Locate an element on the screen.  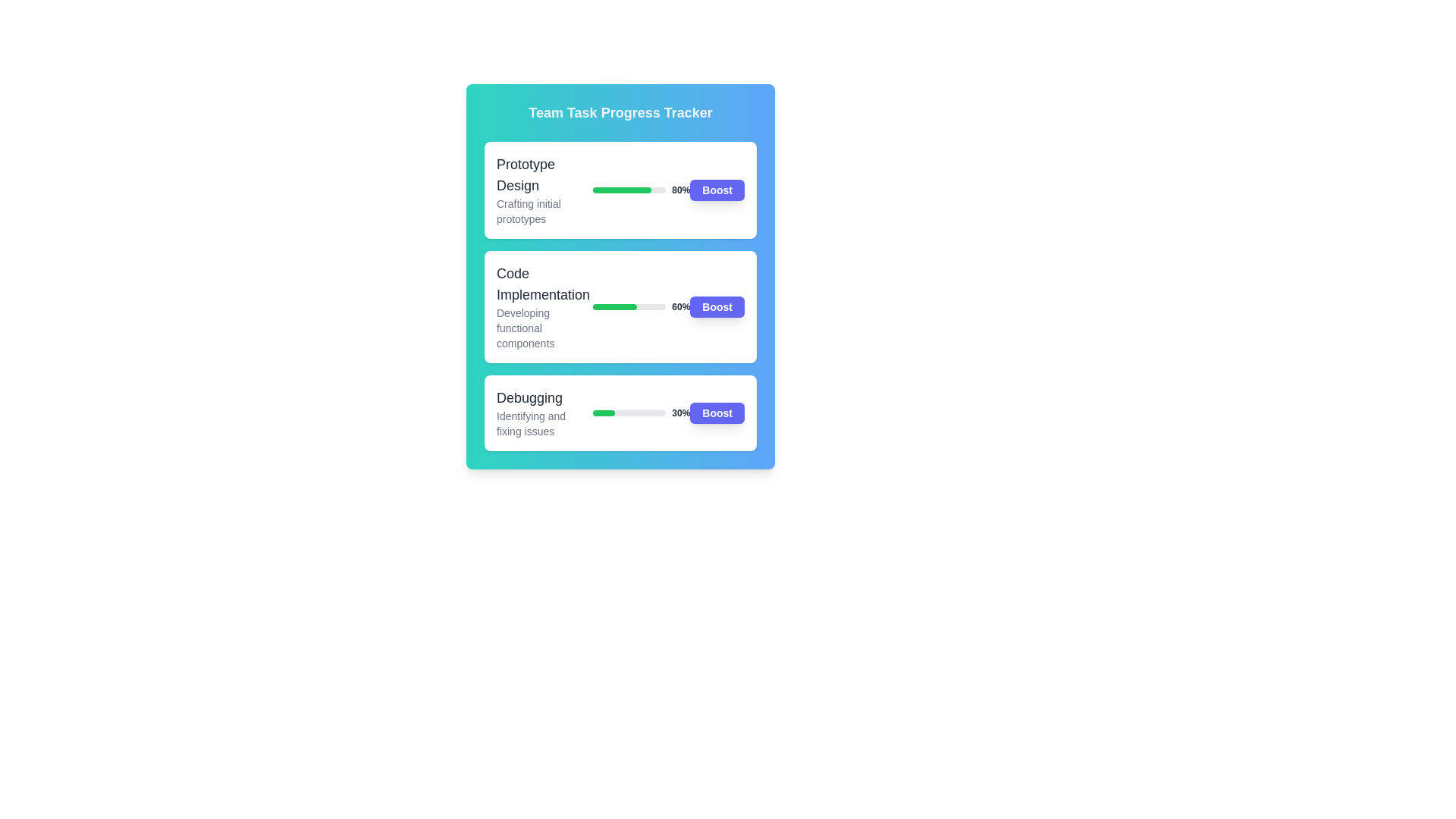
the text label reading 'Crafting initial prototypes.' located below the bold header 'Prototype Design.' is located at coordinates (544, 211).